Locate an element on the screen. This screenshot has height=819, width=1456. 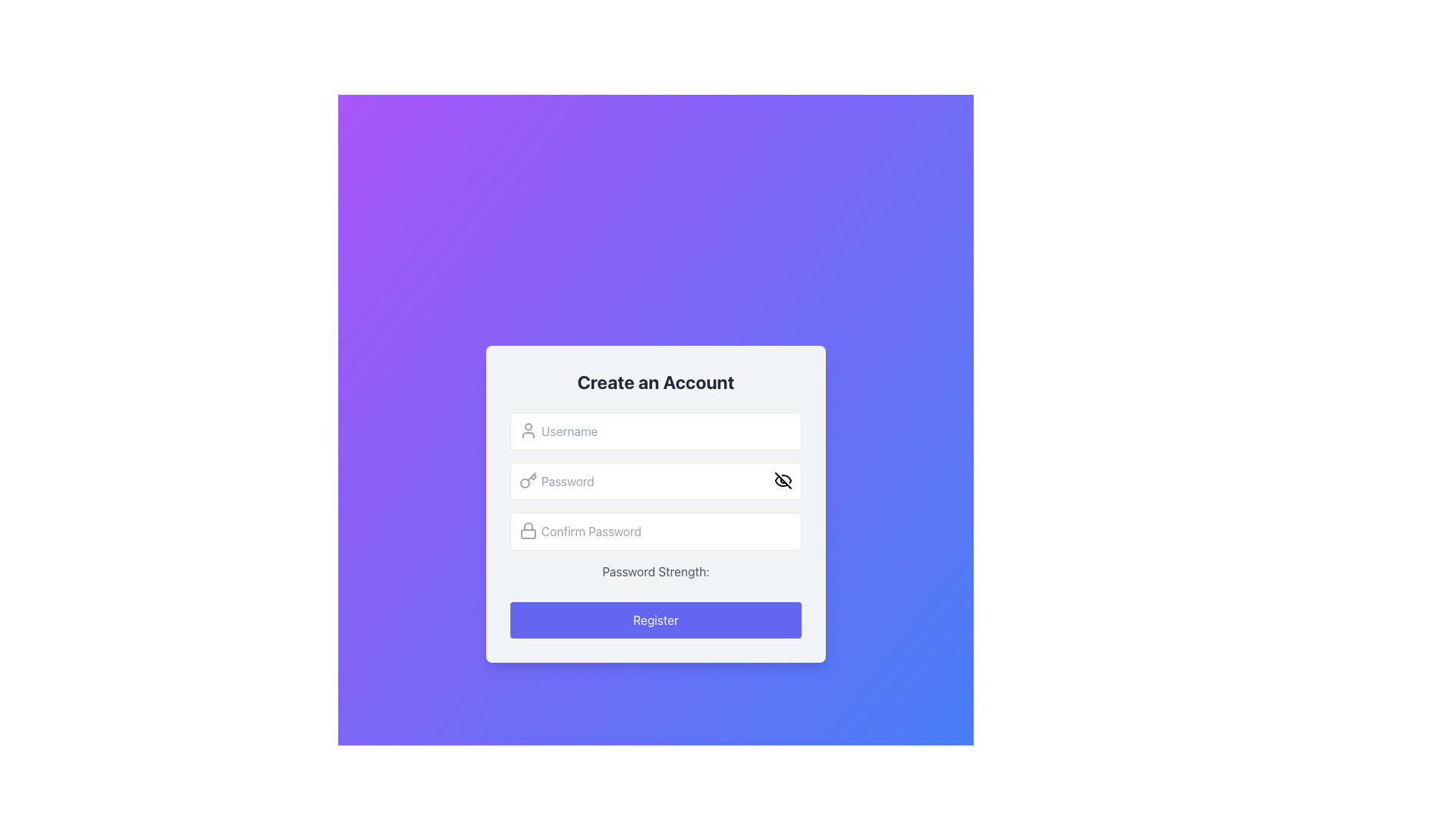
the Text header element that serves as the title for the registration form, positioned near the top of the centered box is located at coordinates (655, 381).